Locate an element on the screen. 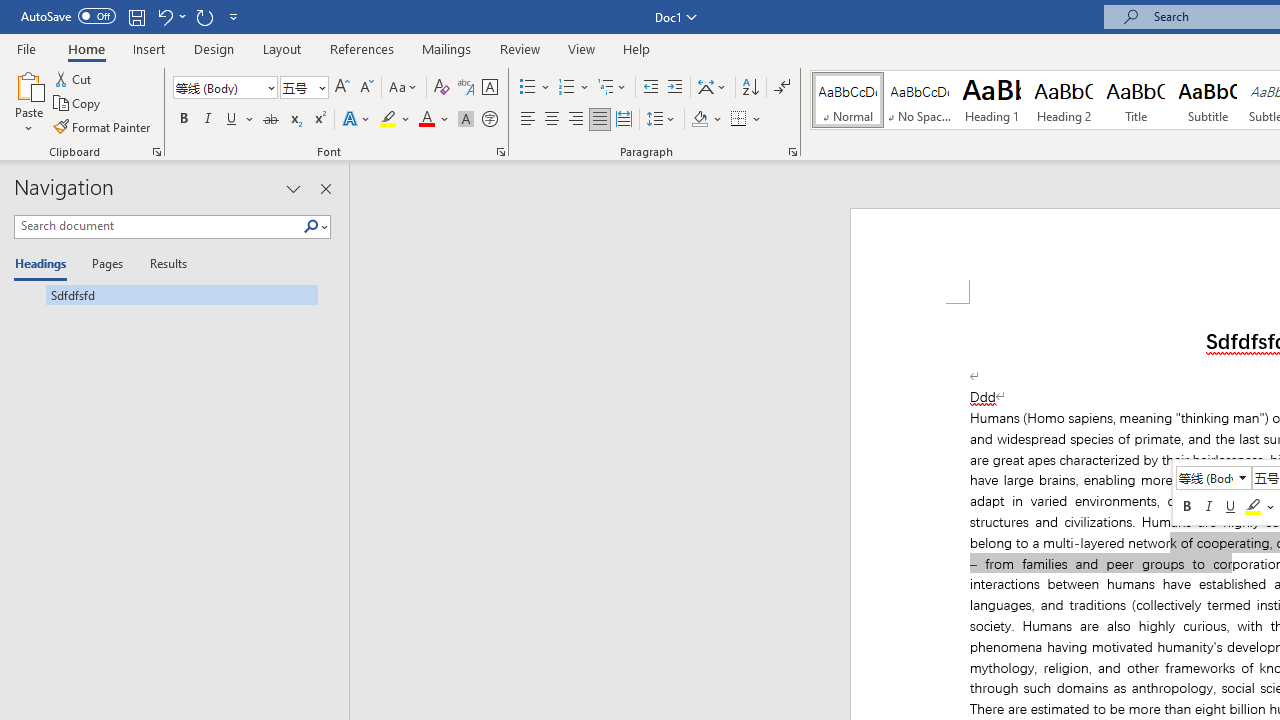 The height and width of the screenshot is (720, 1280). 'Undo ' is located at coordinates (170, 16).